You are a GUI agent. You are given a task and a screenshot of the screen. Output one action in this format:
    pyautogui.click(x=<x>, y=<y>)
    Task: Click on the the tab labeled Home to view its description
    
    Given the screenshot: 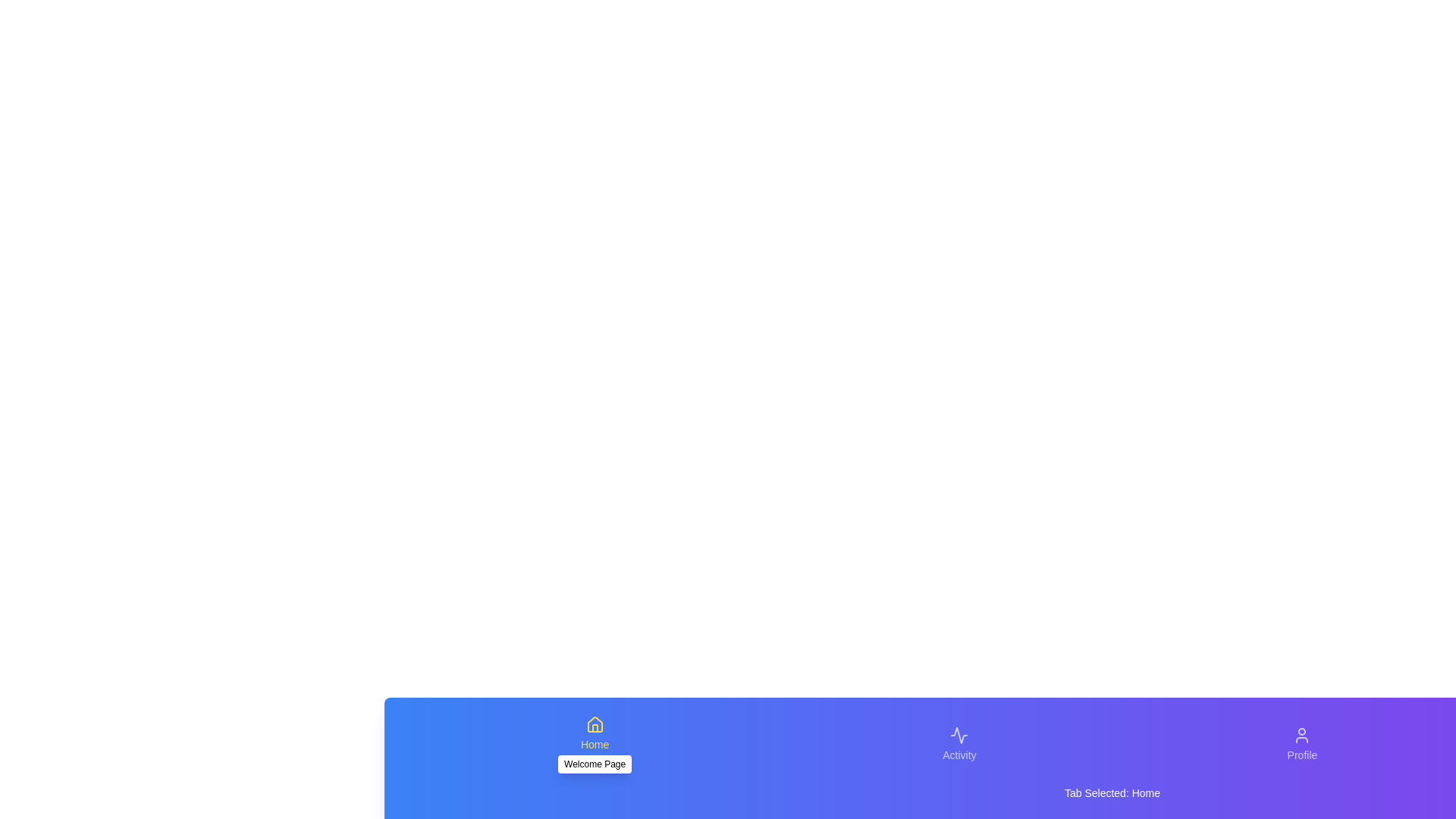 What is the action you would take?
    pyautogui.click(x=594, y=744)
    